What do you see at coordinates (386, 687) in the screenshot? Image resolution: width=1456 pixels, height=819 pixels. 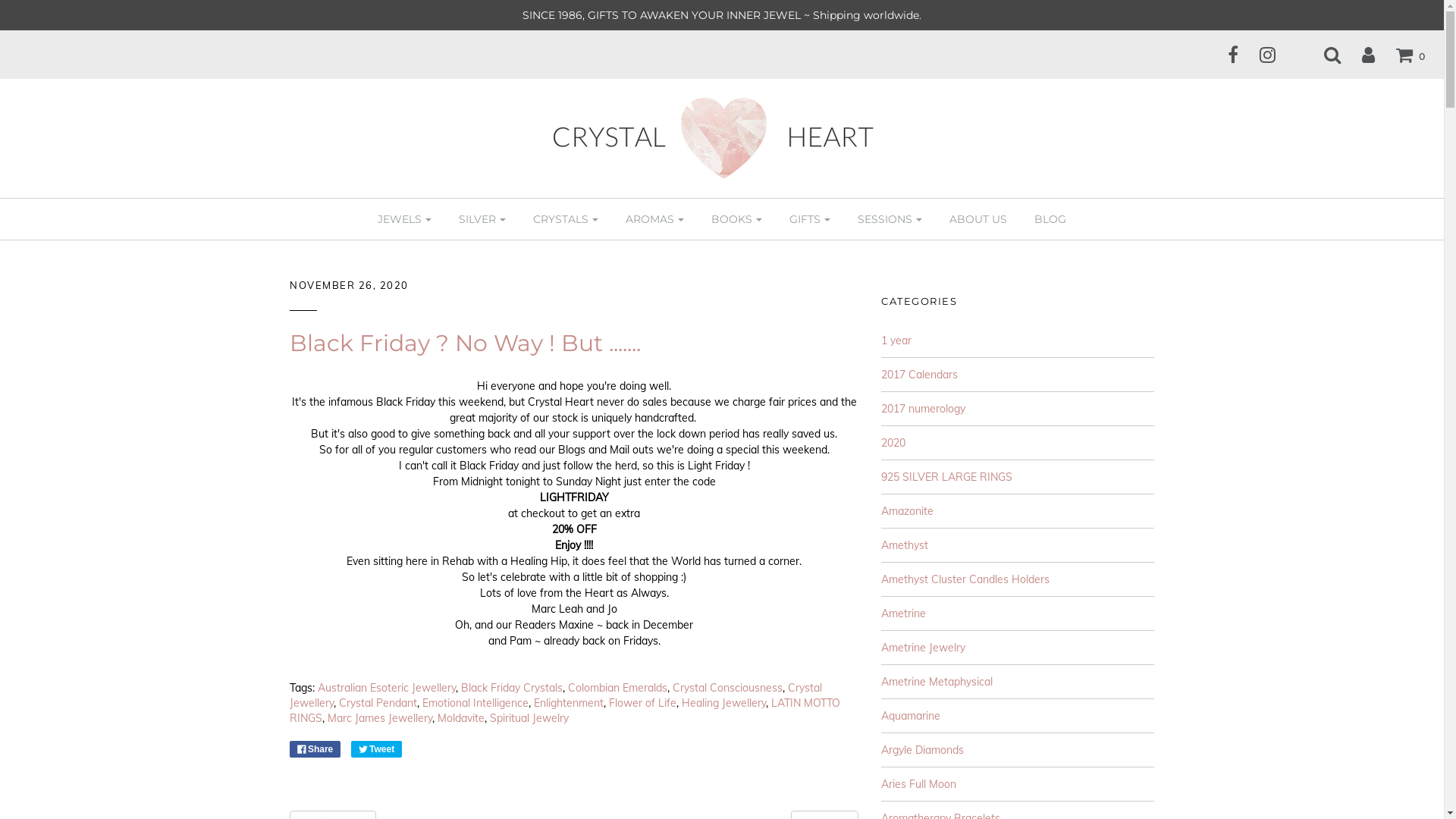 I see `'Australian Esoteric Jewellery'` at bounding box center [386, 687].